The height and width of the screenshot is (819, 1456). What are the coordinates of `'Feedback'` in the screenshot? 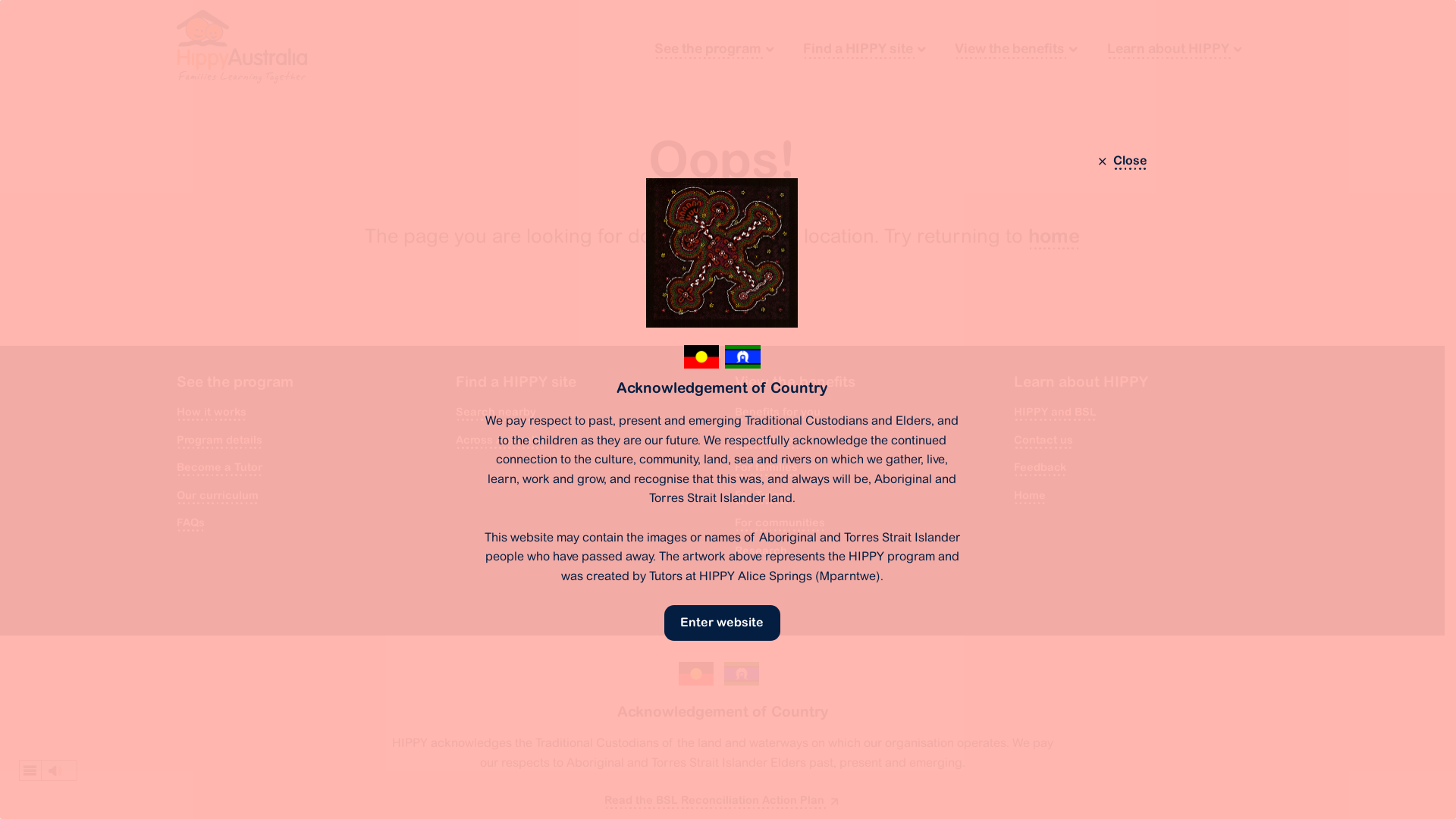 It's located at (1038, 467).